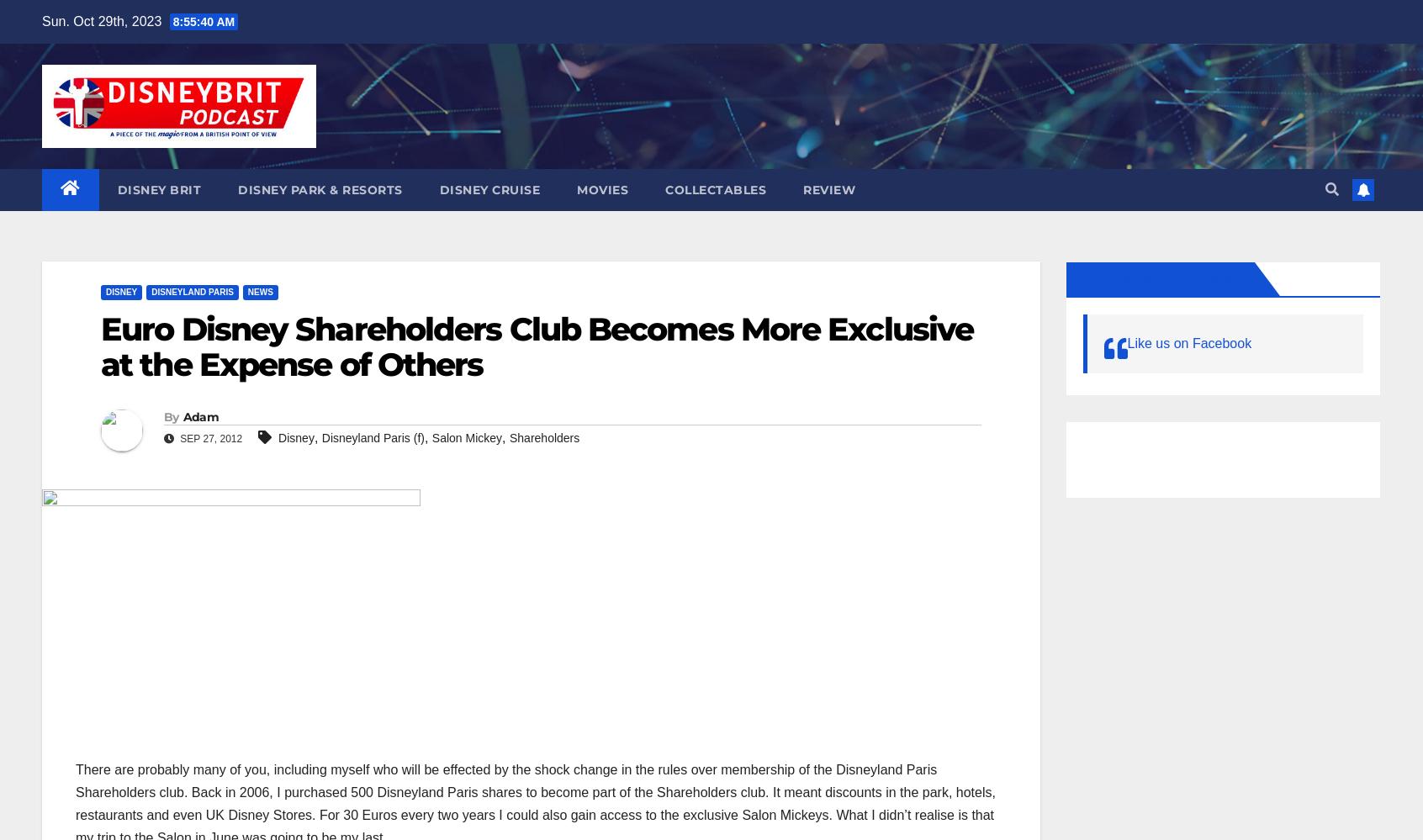  I want to click on 'Disneyland Paris (f)', so click(371, 436).